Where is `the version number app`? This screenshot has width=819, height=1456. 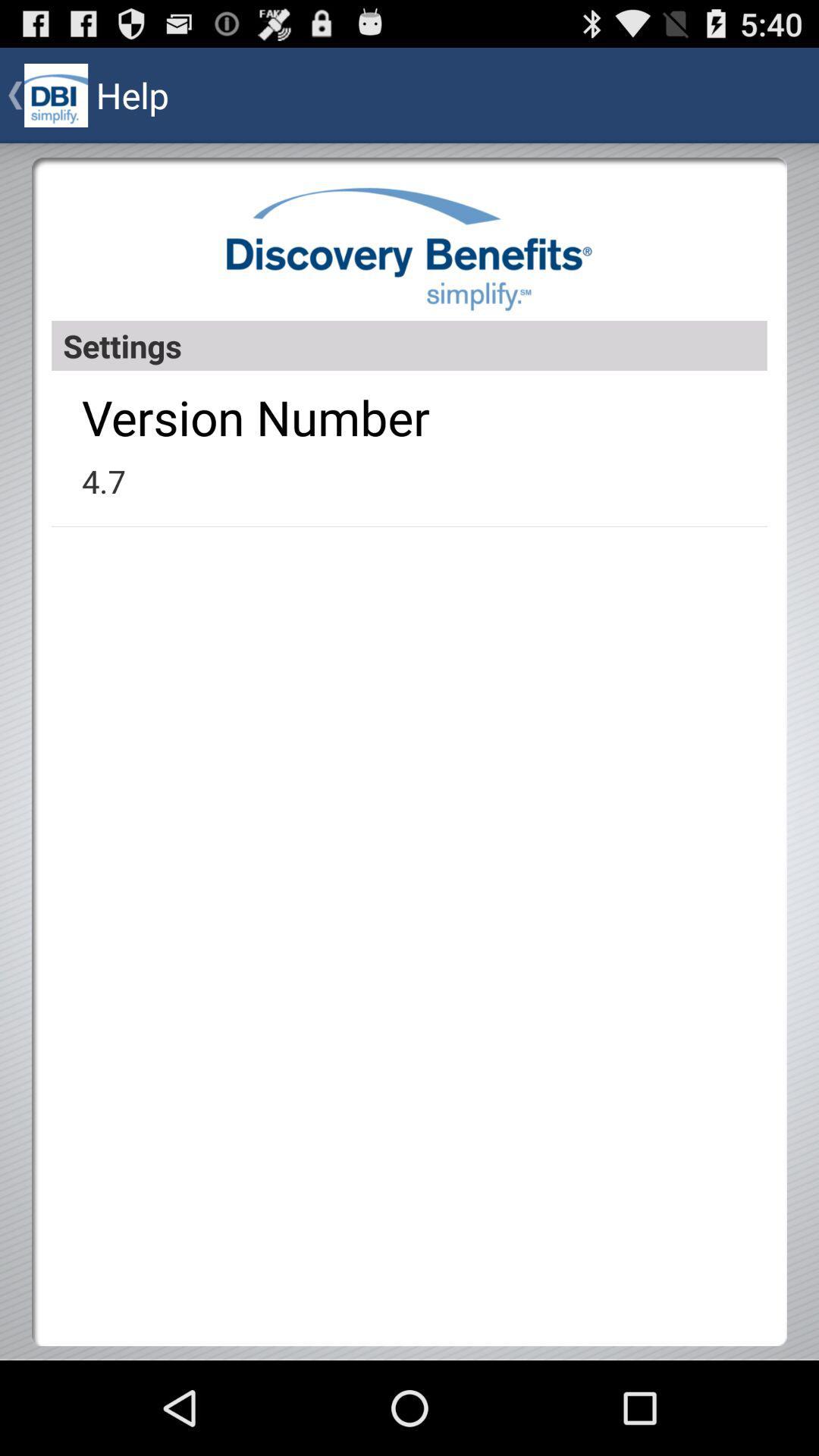 the version number app is located at coordinates (255, 417).